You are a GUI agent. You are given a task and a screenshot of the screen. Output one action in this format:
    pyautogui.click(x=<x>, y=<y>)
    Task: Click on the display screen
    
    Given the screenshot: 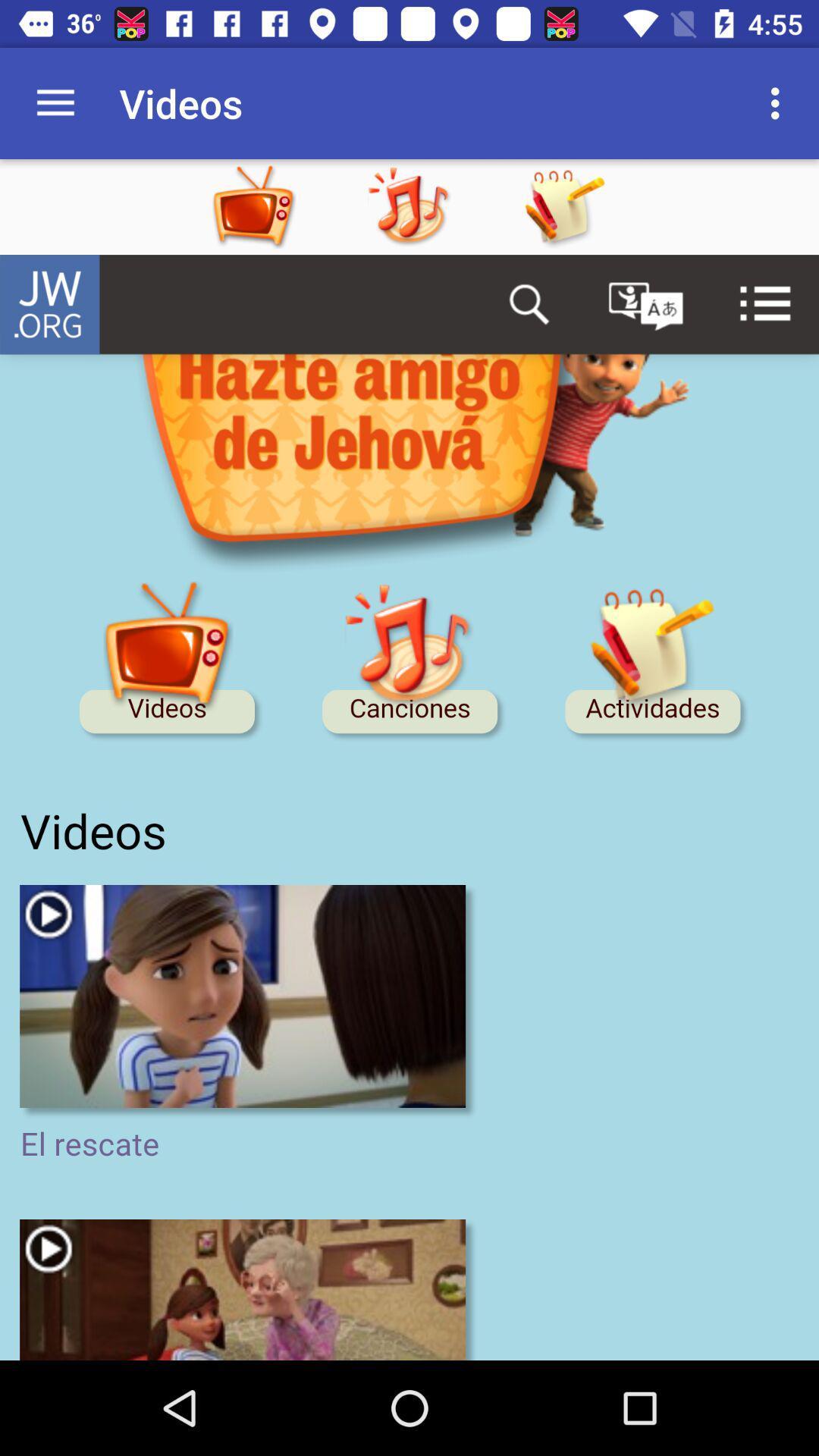 What is the action you would take?
    pyautogui.click(x=409, y=807)
    